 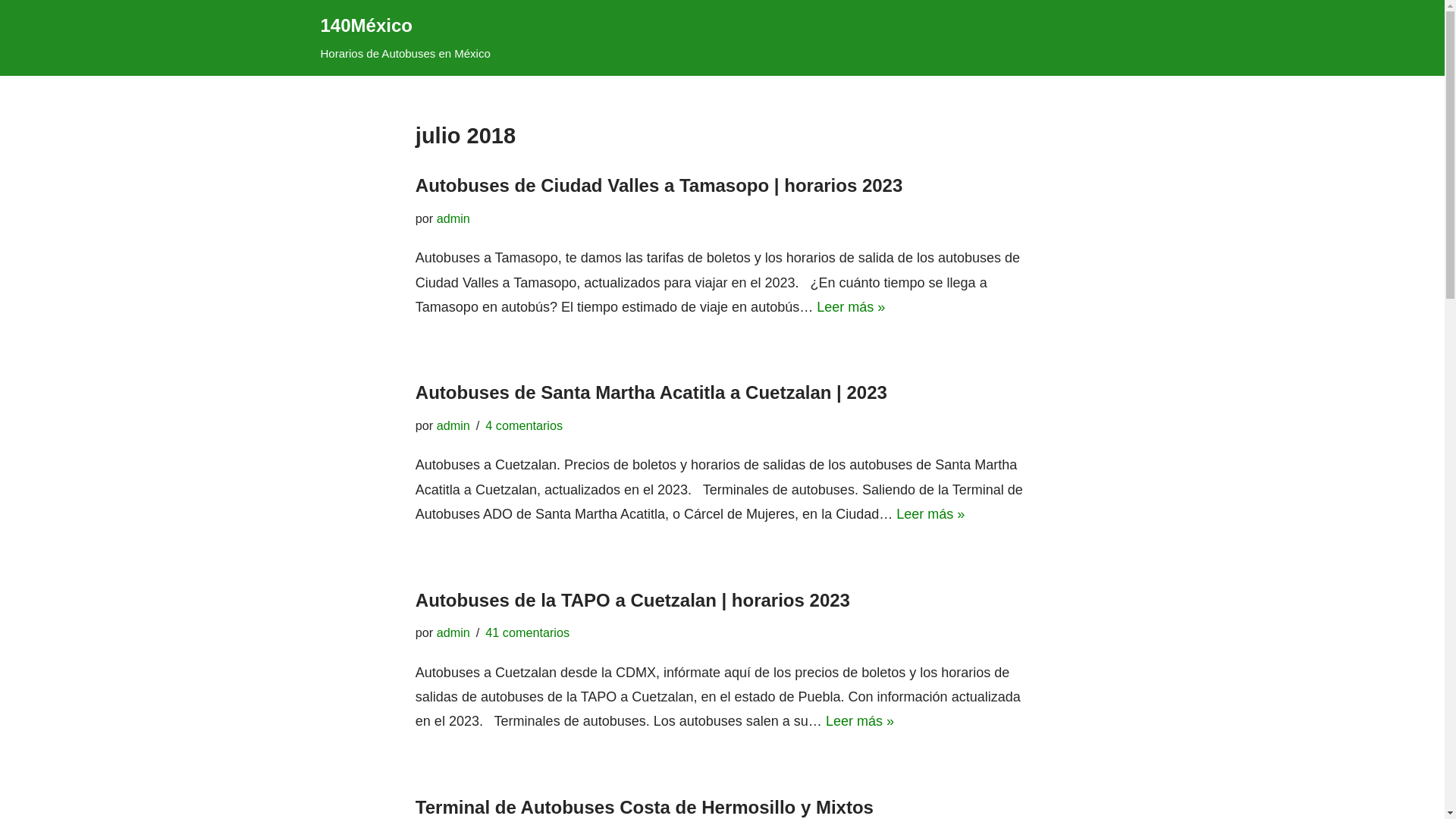 I want to click on 'Saltar al contenido', so click(x=11, y=32).